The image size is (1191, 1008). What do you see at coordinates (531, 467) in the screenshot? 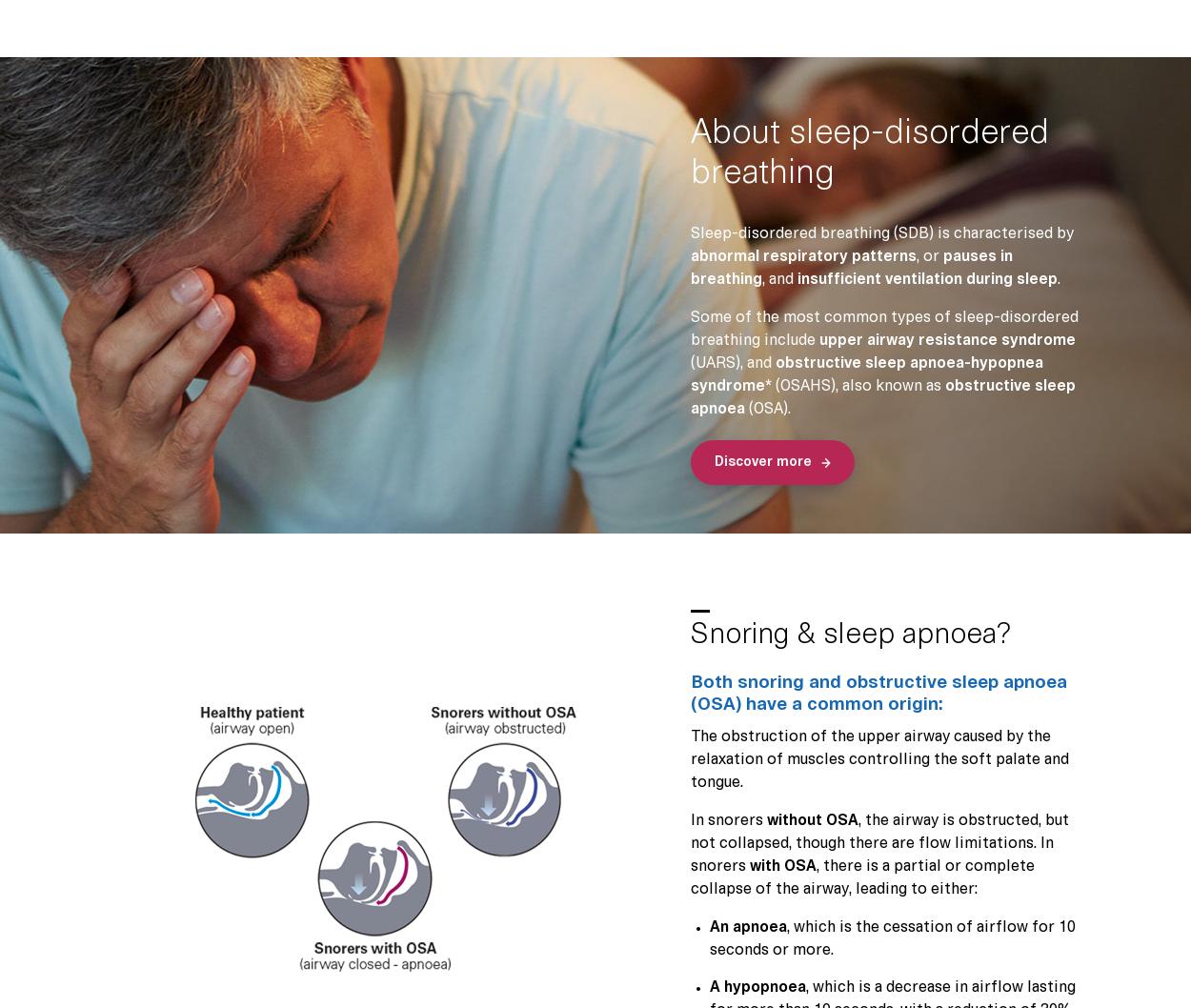
I see `'There are three types of'` at bounding box center [531, 467].